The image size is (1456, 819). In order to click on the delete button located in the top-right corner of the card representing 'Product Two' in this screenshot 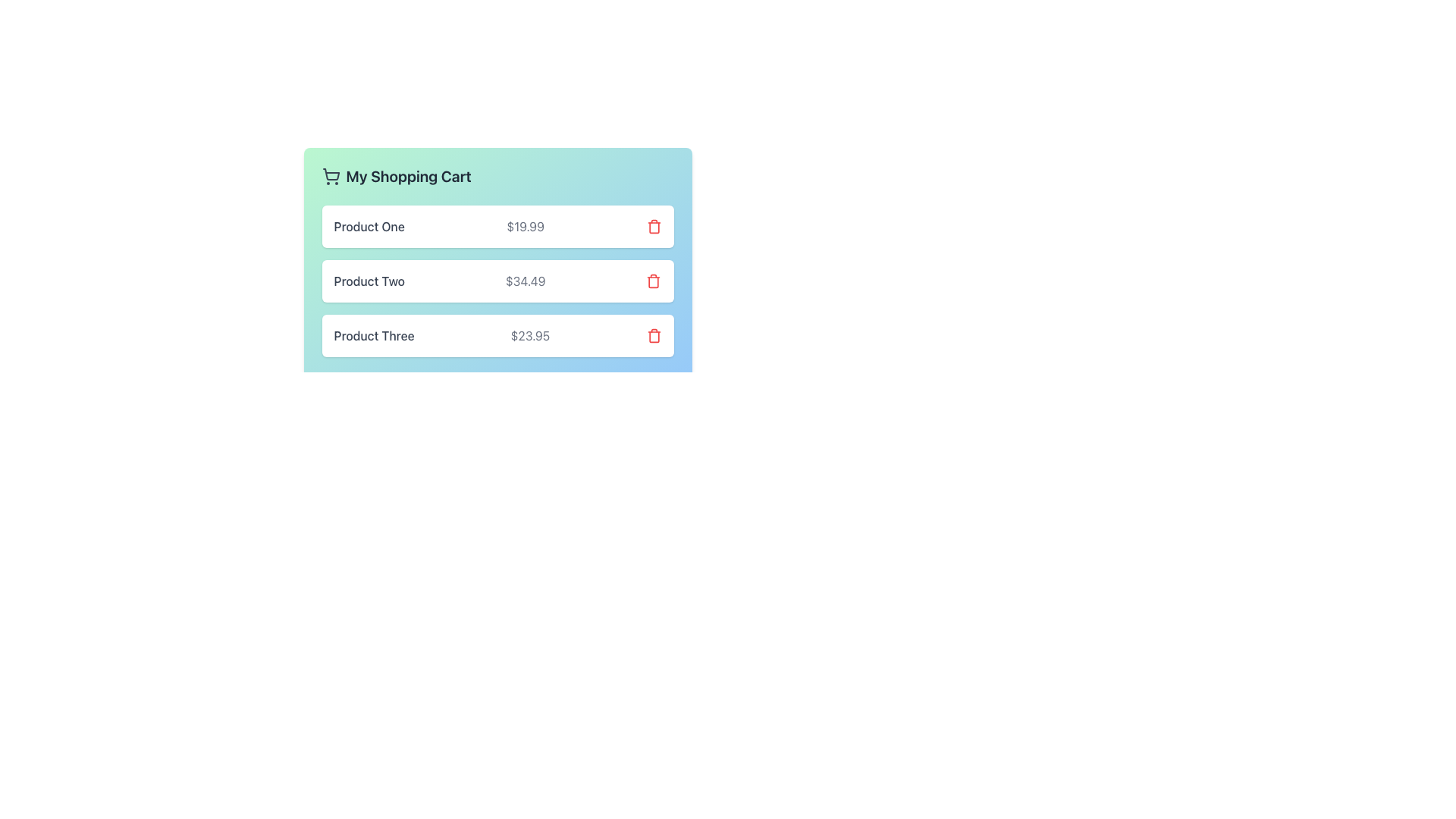, I will do `click(654, 281)`.